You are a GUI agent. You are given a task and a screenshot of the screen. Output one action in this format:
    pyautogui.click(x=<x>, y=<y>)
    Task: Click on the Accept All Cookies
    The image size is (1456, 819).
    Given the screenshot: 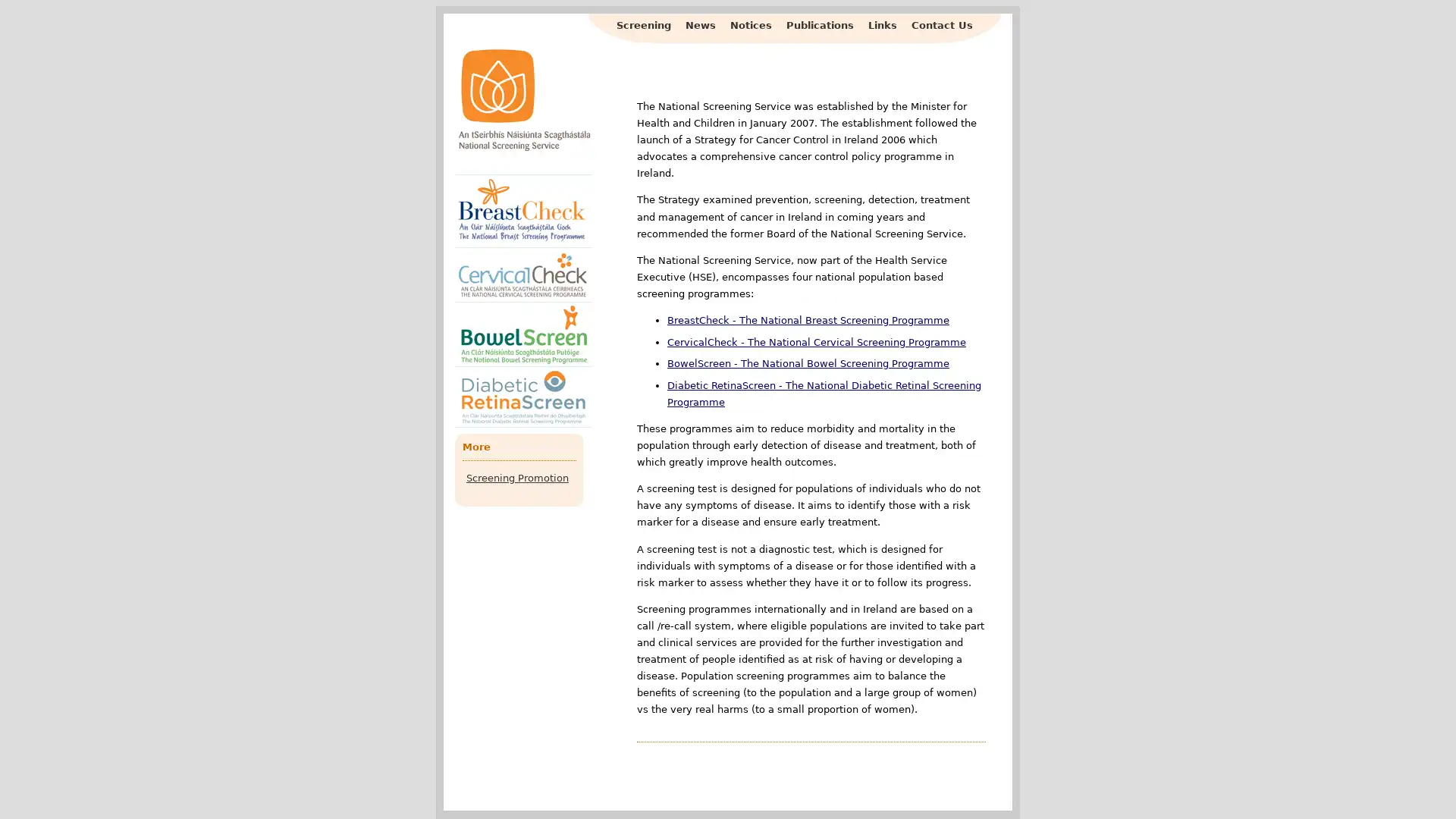 What is the action you would take?
    pyautogui.click(x=1256, y=786)
    